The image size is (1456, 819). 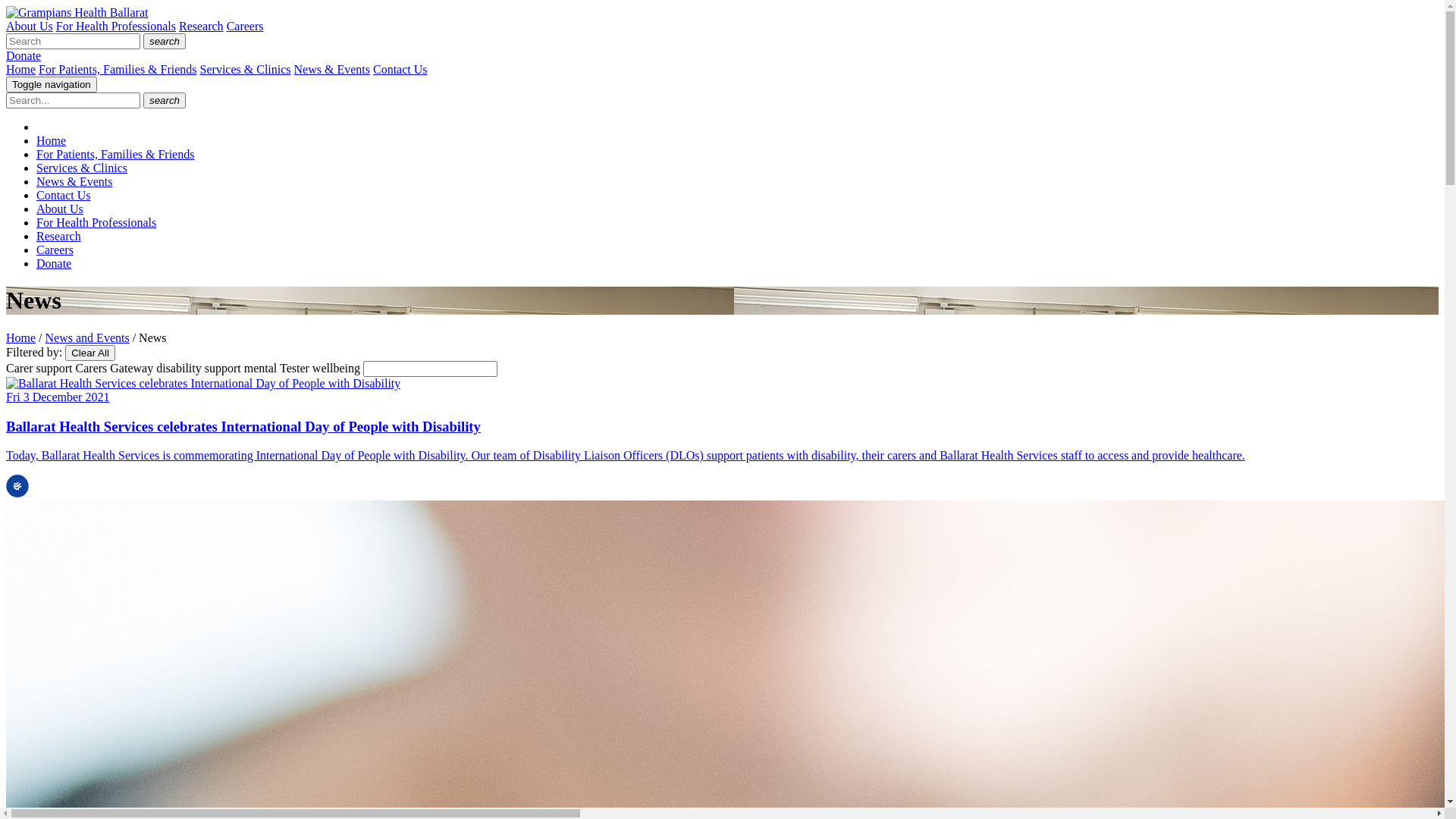 I want to click on 'Services & Clinics', so click(x=199, y=69).